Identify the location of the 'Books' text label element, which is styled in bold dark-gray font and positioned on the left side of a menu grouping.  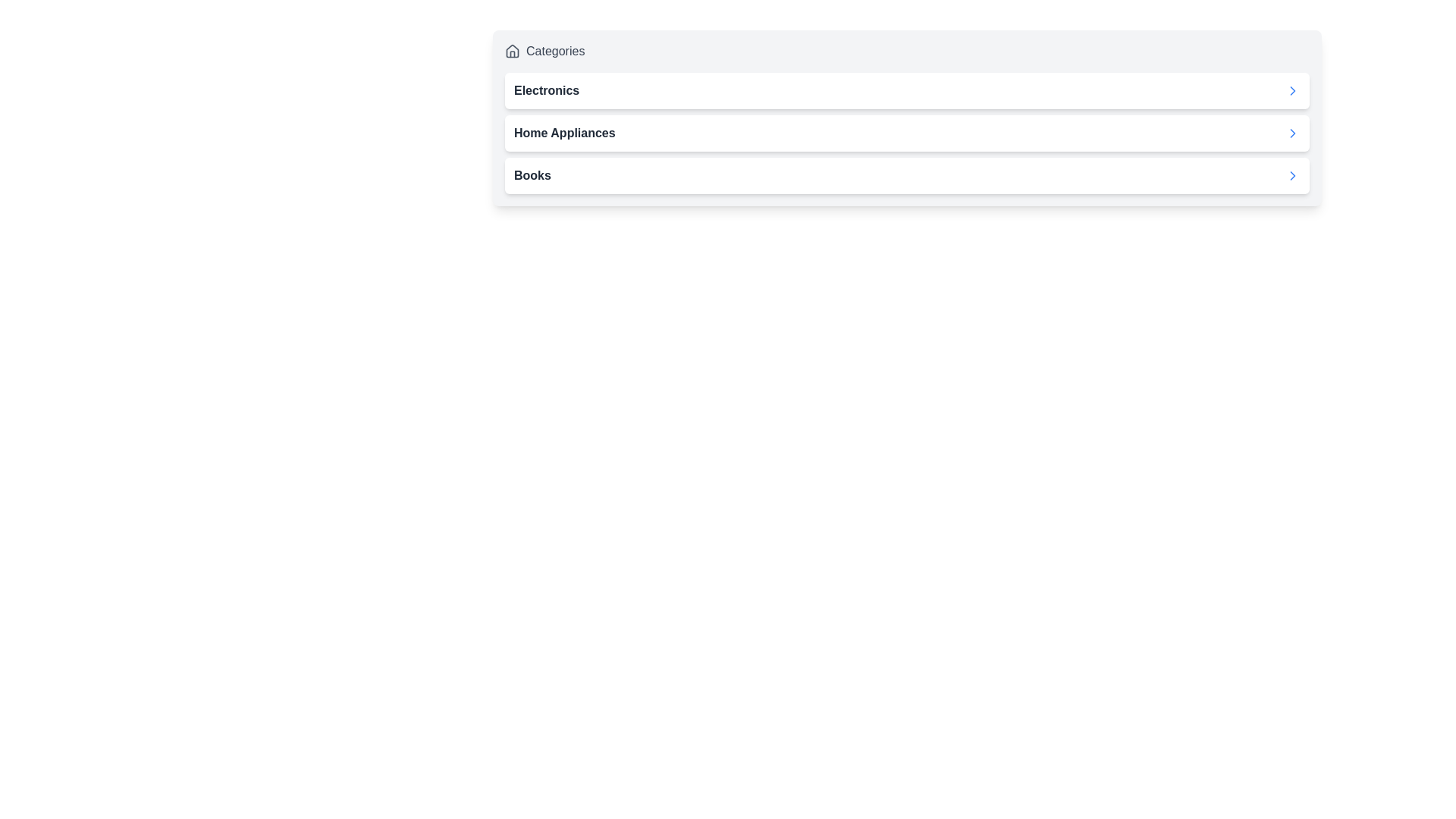
(532, 174).